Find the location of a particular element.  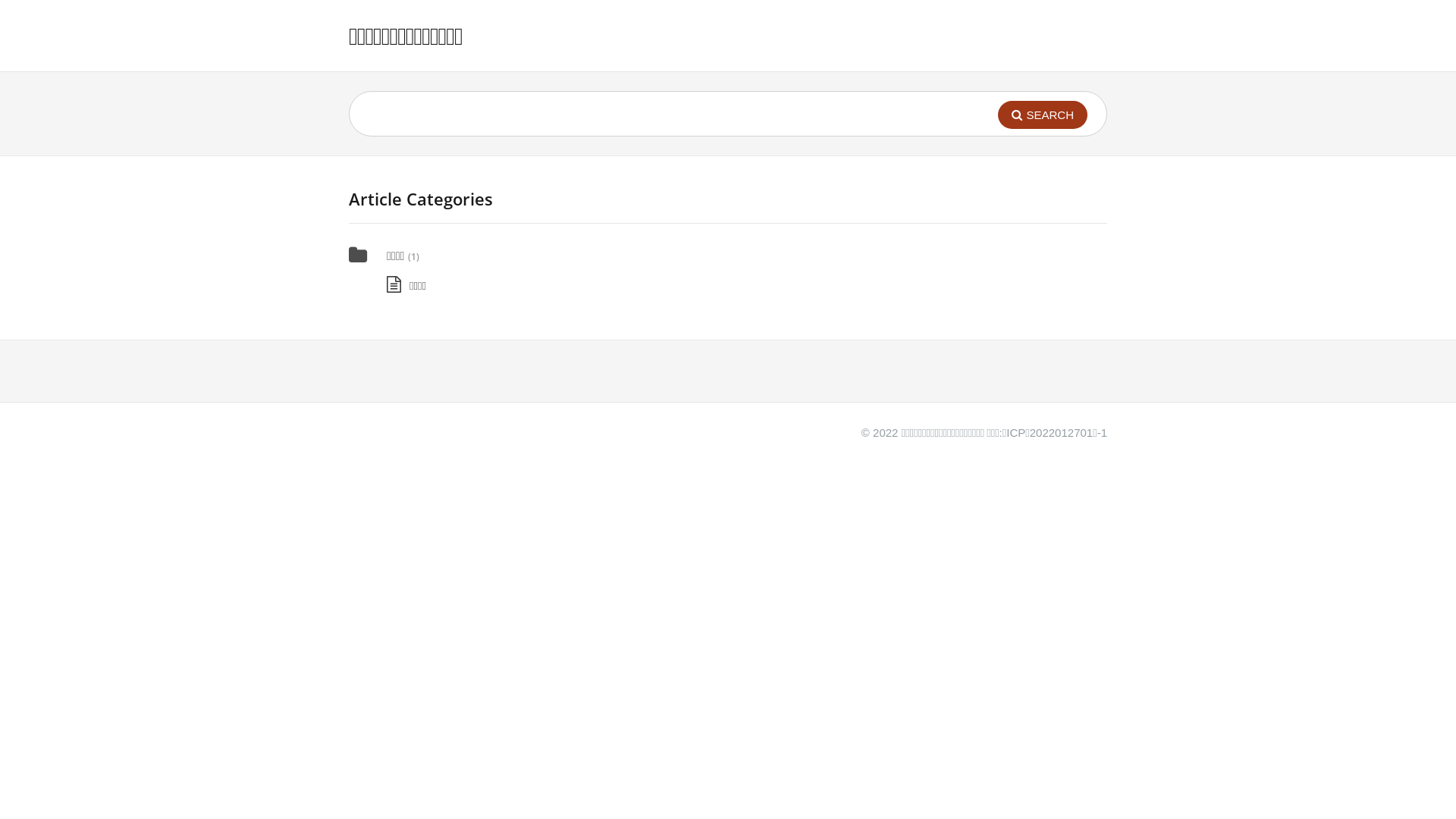

'SEARCH' is located at coordinates (1041, 114).